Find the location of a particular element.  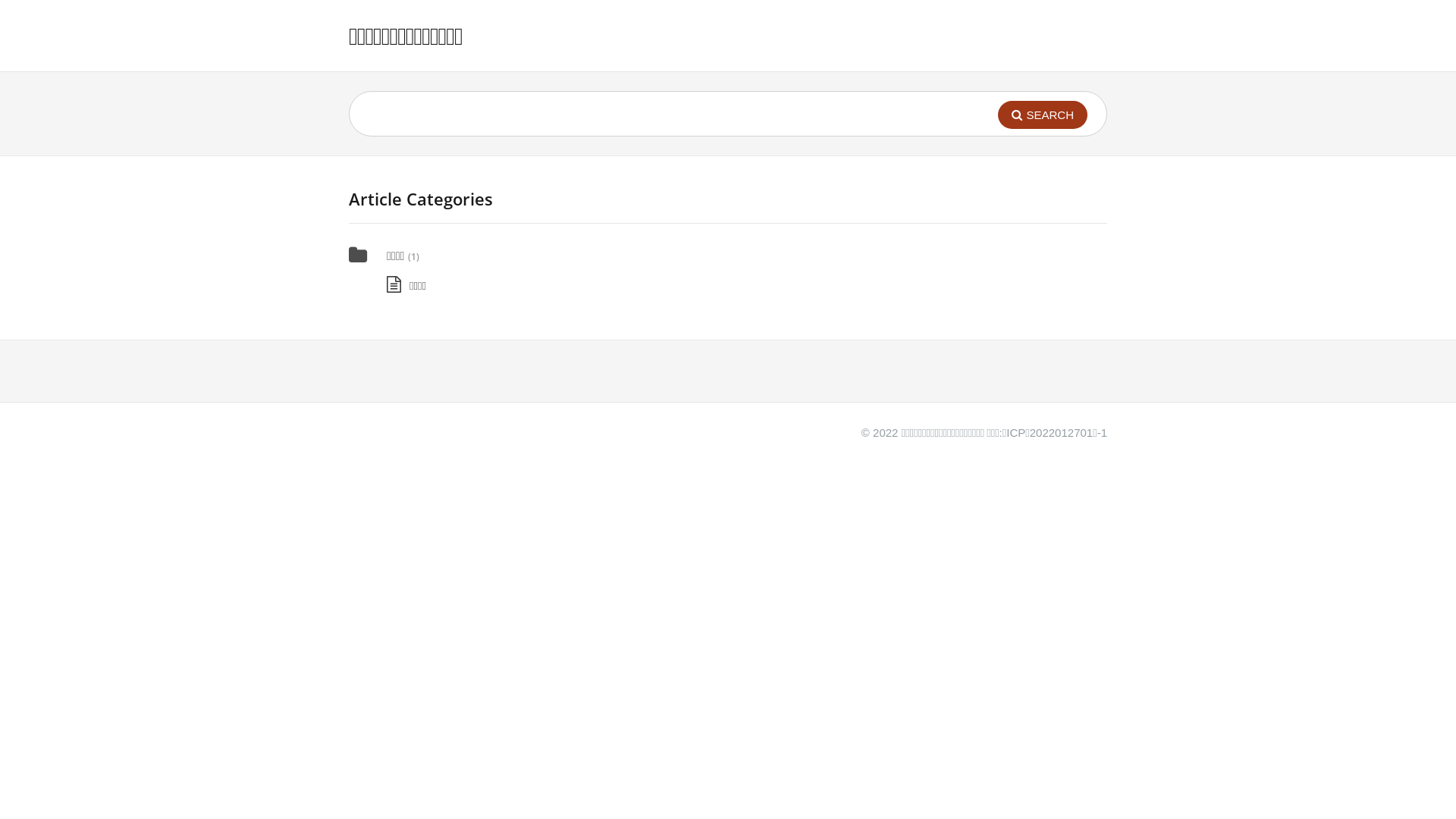

'SEARCH' is located at coordinates (1041, 114).